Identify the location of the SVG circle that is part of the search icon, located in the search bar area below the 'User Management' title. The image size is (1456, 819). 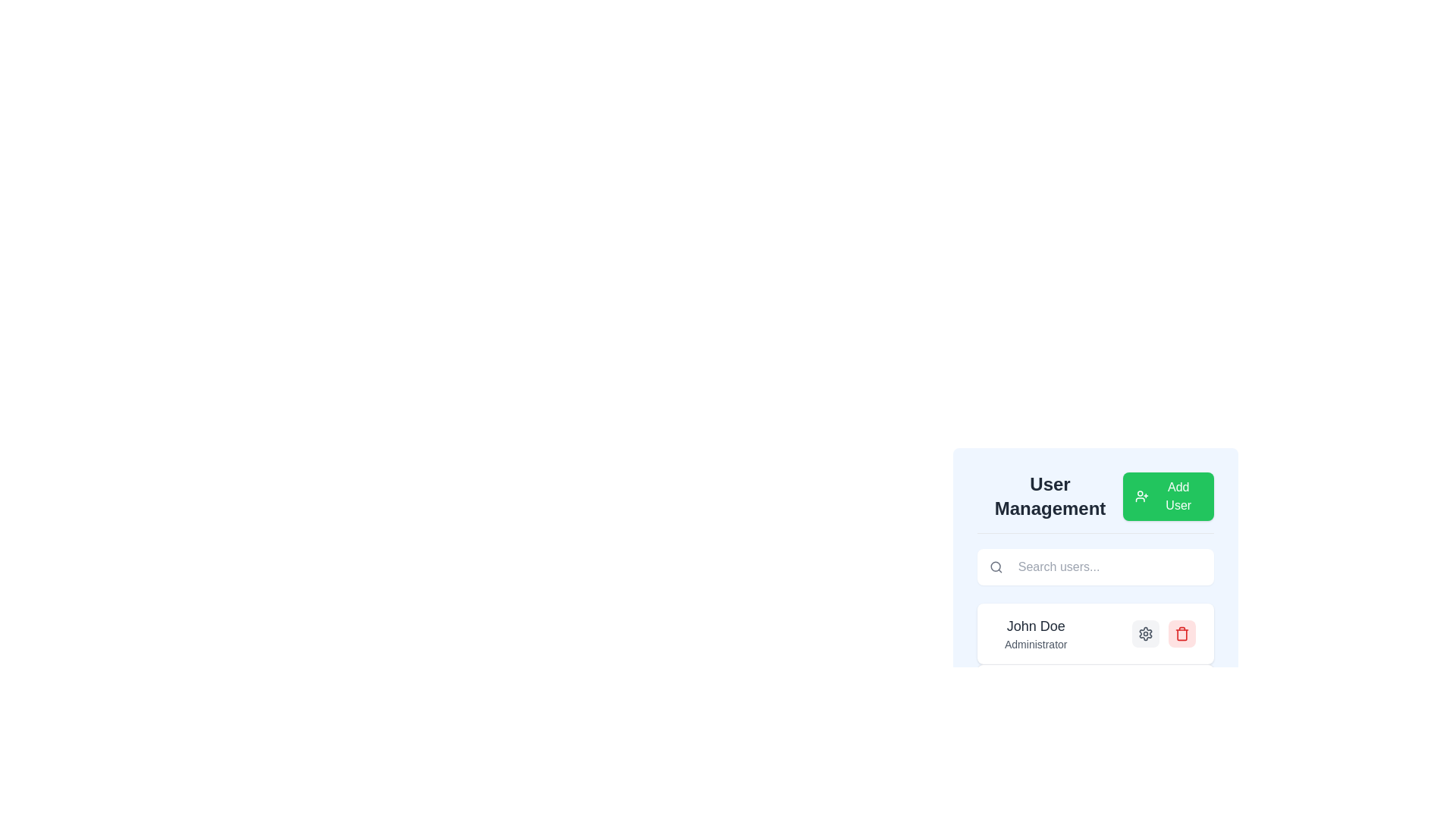
(996, 566).